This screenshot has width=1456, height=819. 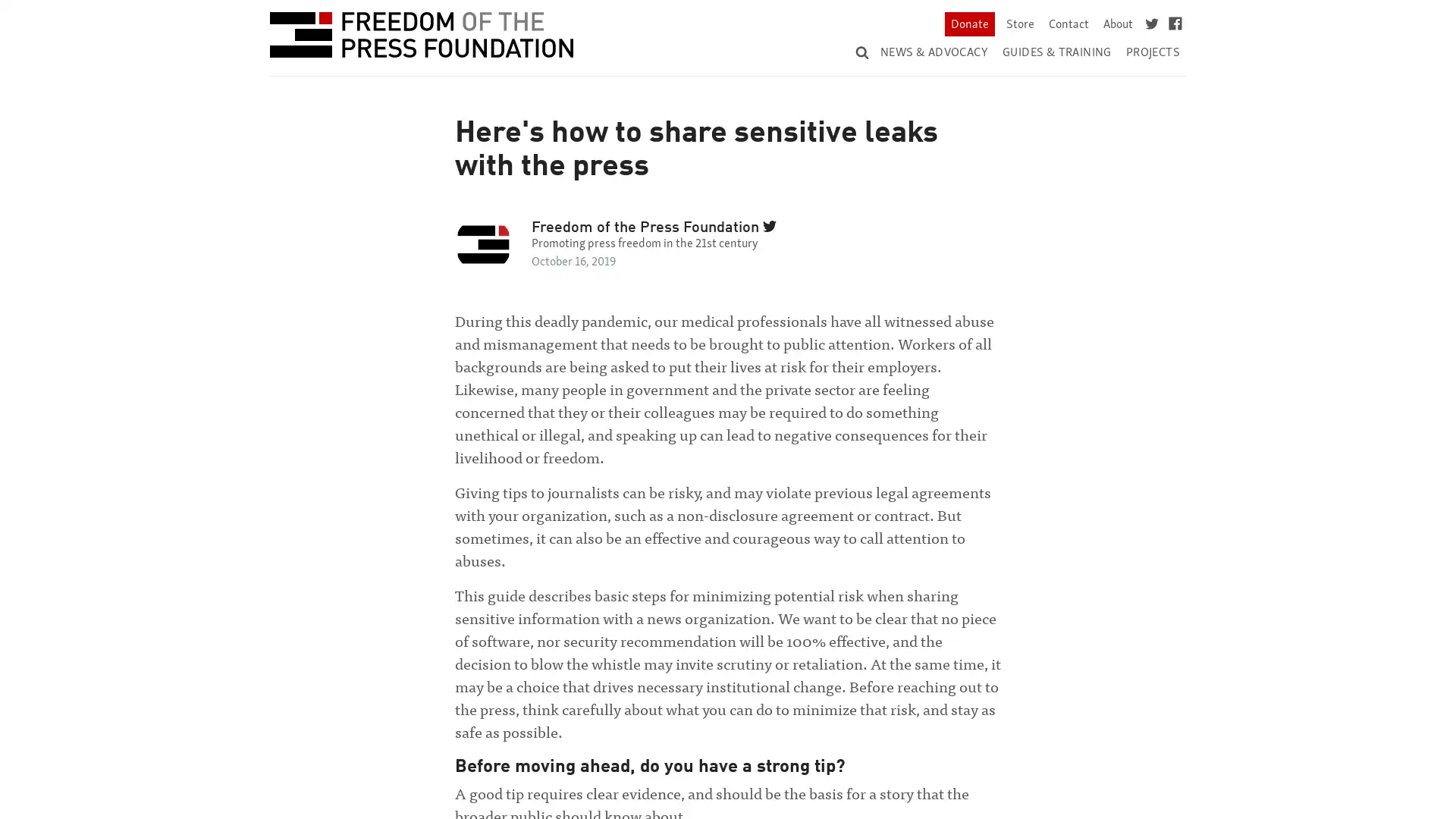 What do you see at coordinates (1147, 37) in the screenshot?
I see `Search` at bounding box center [1147, 37].